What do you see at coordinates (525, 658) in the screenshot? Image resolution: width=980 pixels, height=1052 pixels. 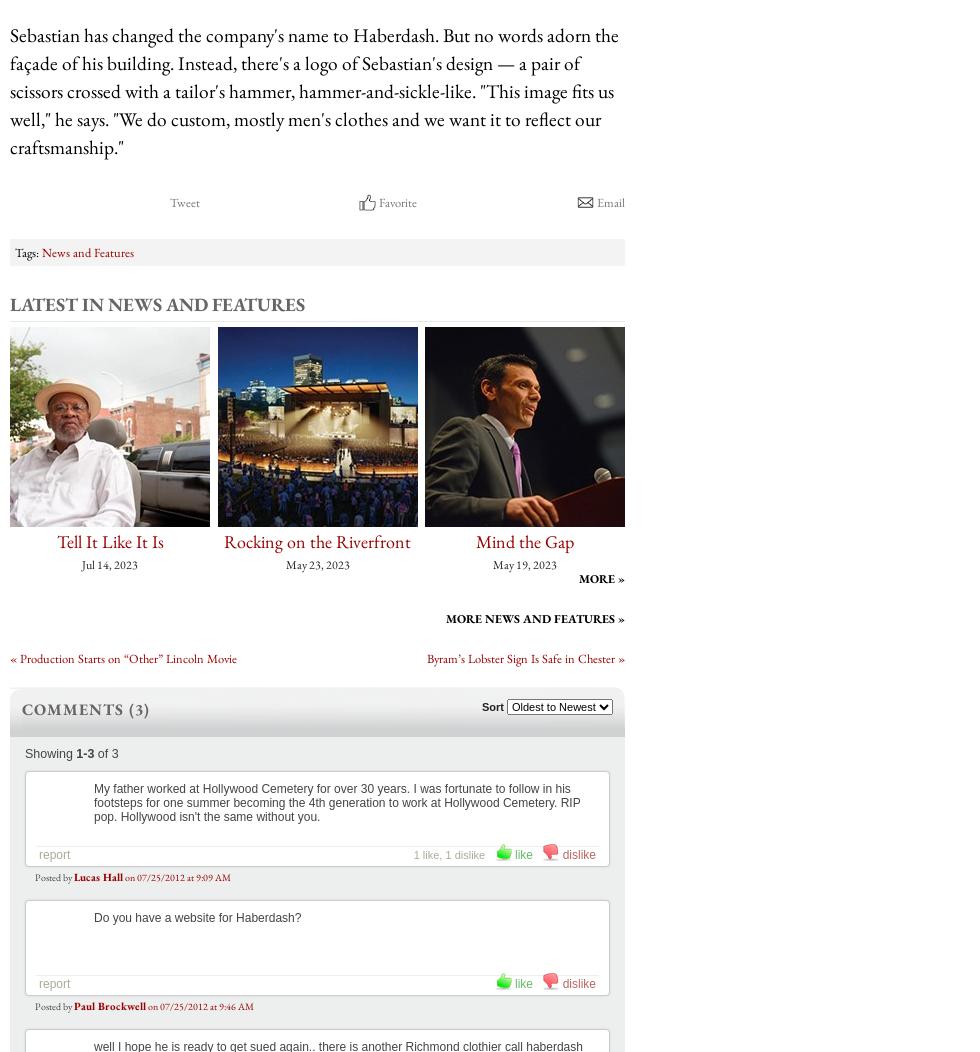 I see `'Byram’s Lobster Sign Is Safe in Chester »'` at bounding box center [525, 658].